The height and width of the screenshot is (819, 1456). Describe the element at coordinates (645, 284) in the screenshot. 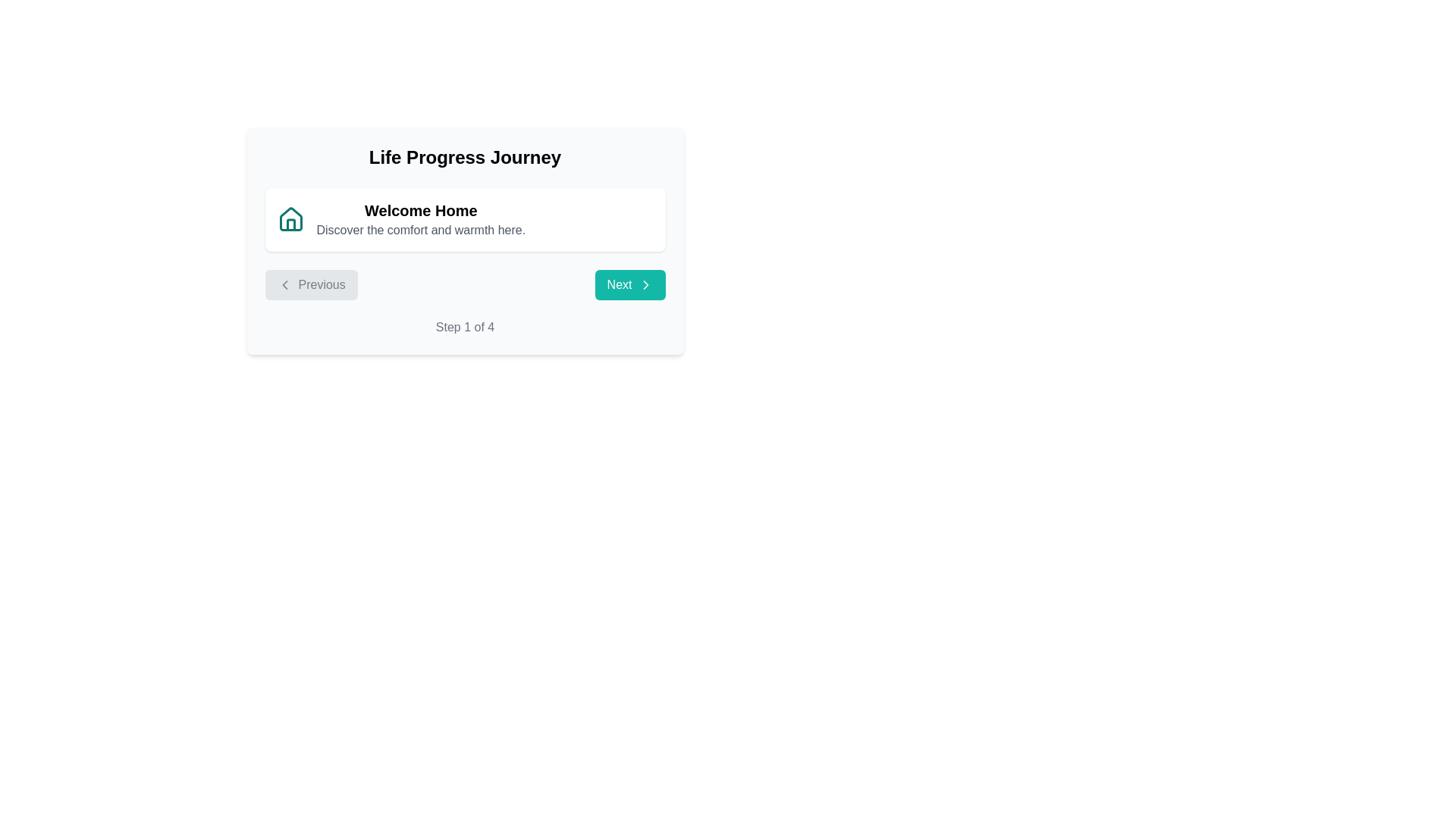

I see `the right-pointing chevron arrow icon located at the rightmost side of the 'Next' button on the bottom-right area of the card-like interface` at that location.